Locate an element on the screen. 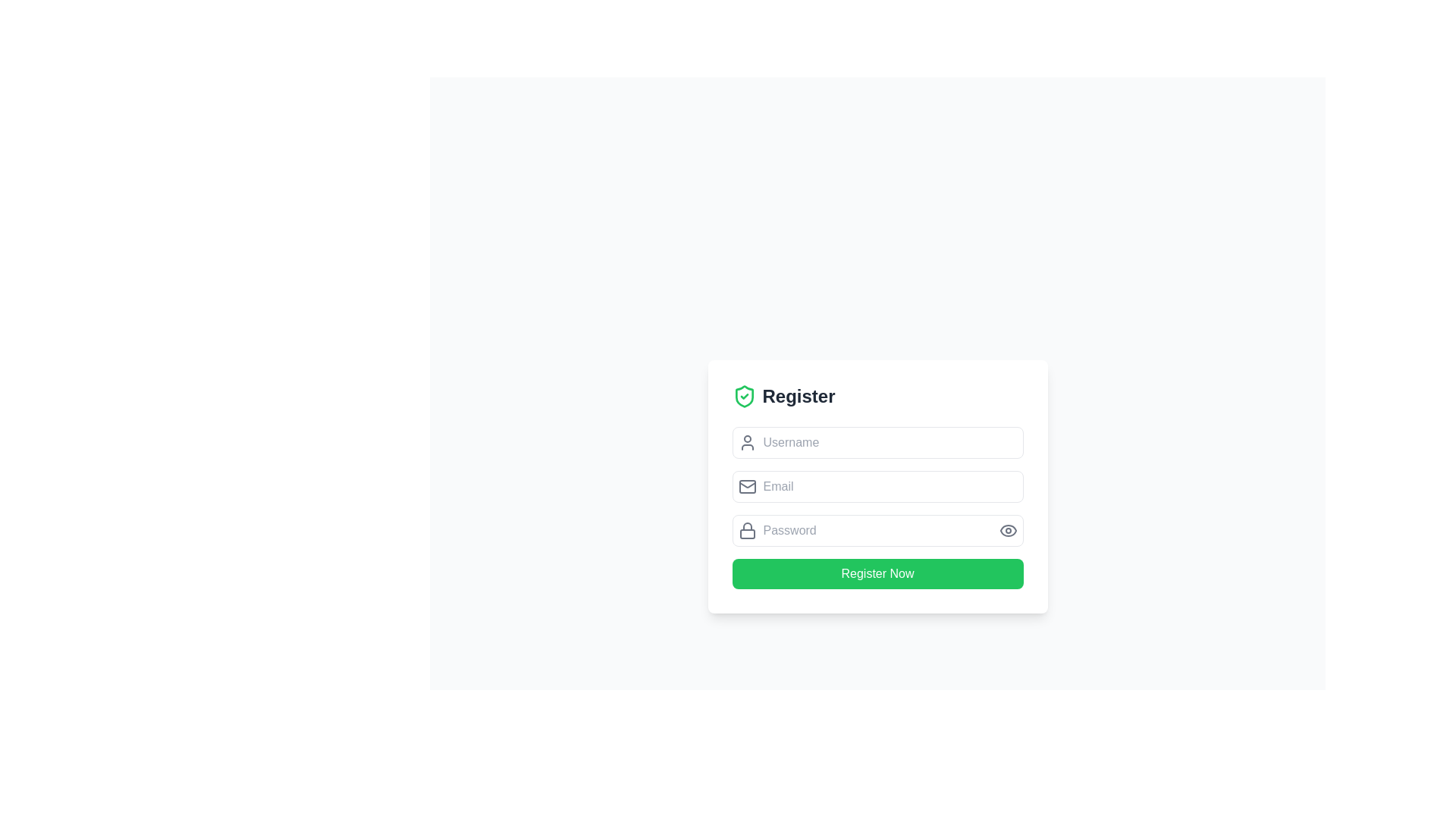 Image resolution: width=1456 pixels, height=819 pixels. the Graphical Icon Component adjacent to the email field, which visually reinforces the context of the email input is located at coordinates (747, 485).